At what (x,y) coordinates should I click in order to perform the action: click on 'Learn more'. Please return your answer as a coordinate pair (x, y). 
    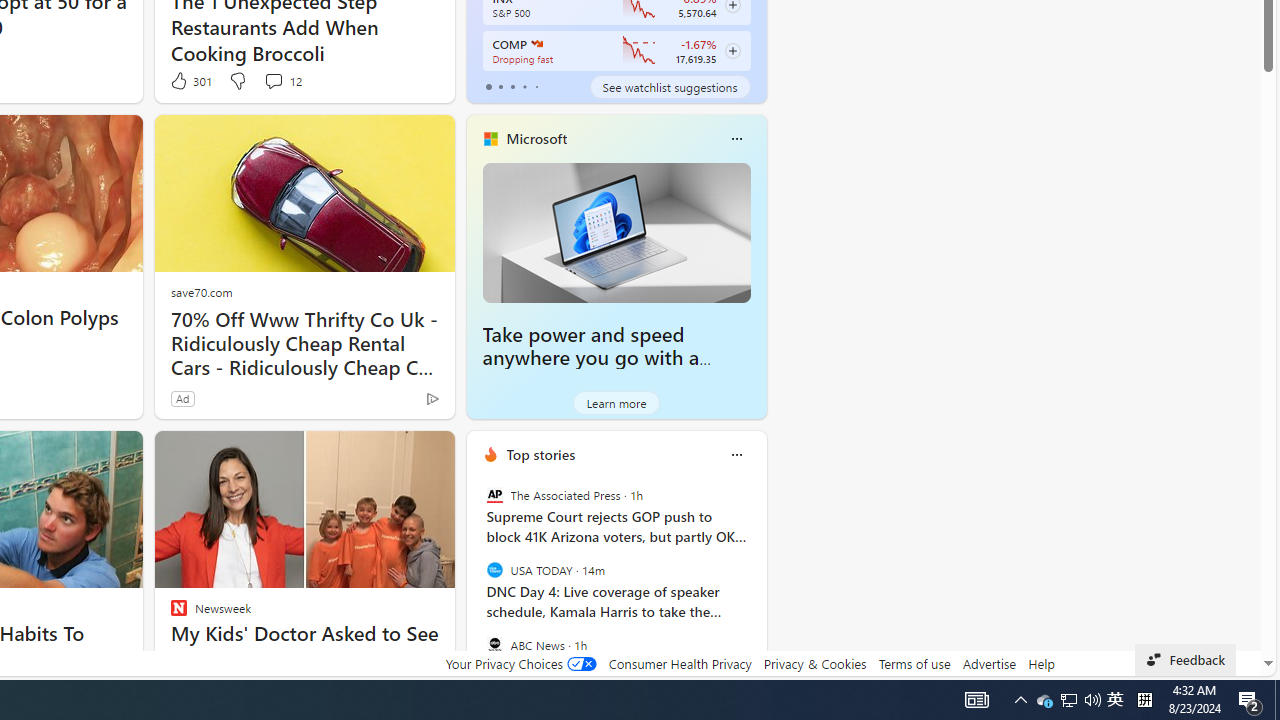
    Looking at the image, I should click on (615, 402).